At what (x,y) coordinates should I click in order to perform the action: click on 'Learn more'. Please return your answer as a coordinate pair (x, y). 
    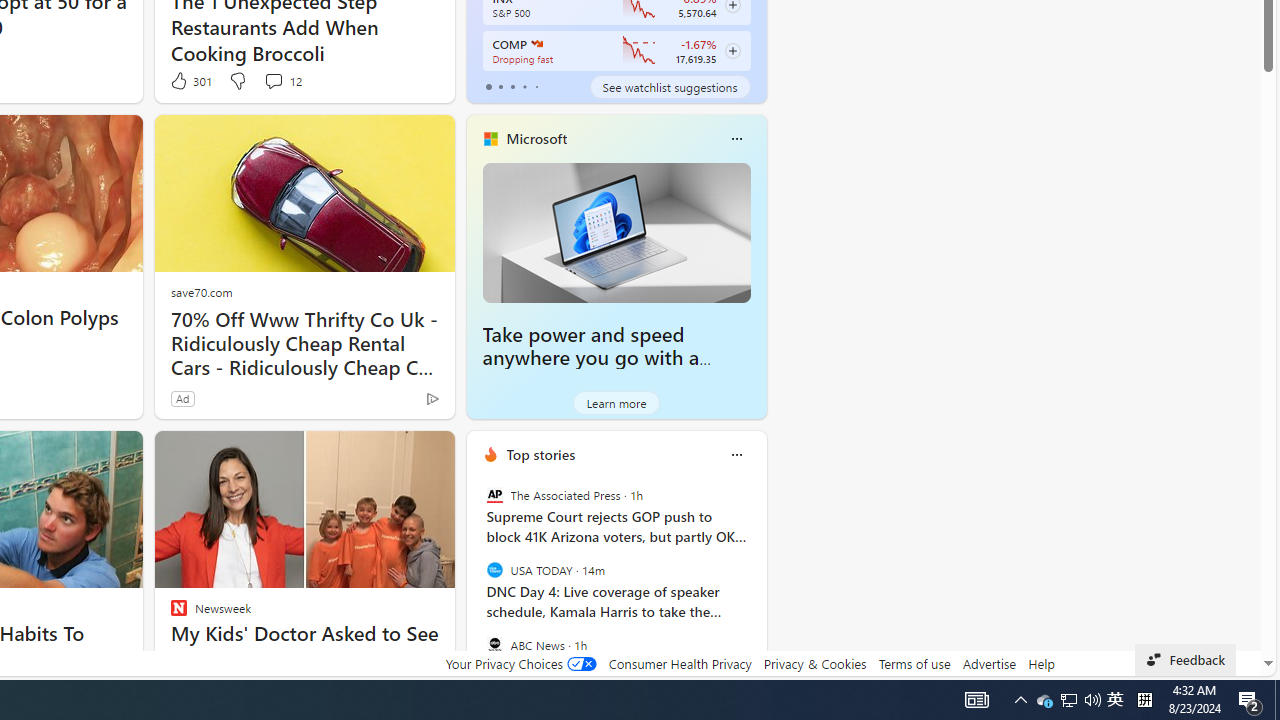
    Looking at the image, I should click on (615, 402).